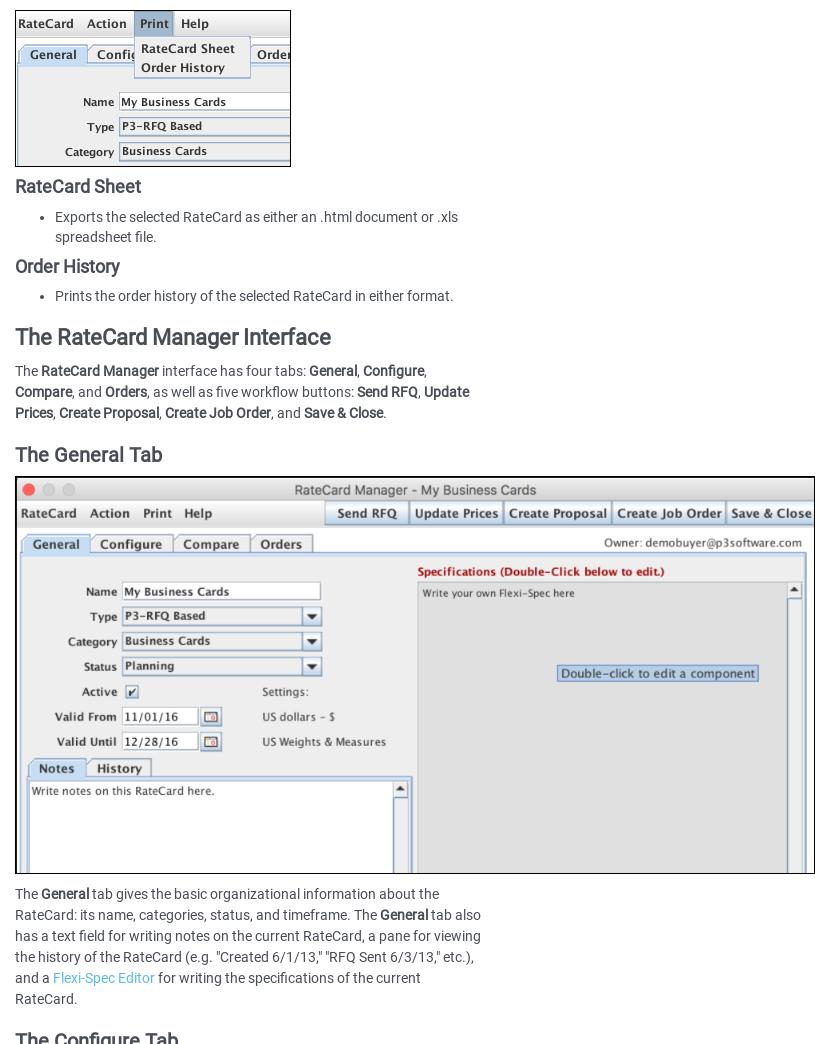 The image size is (815, 1044). I want to click on 'tab gives the basic organizational information about the RateCard: its name, categories, status, and timeframe. The', so click(226, 904).